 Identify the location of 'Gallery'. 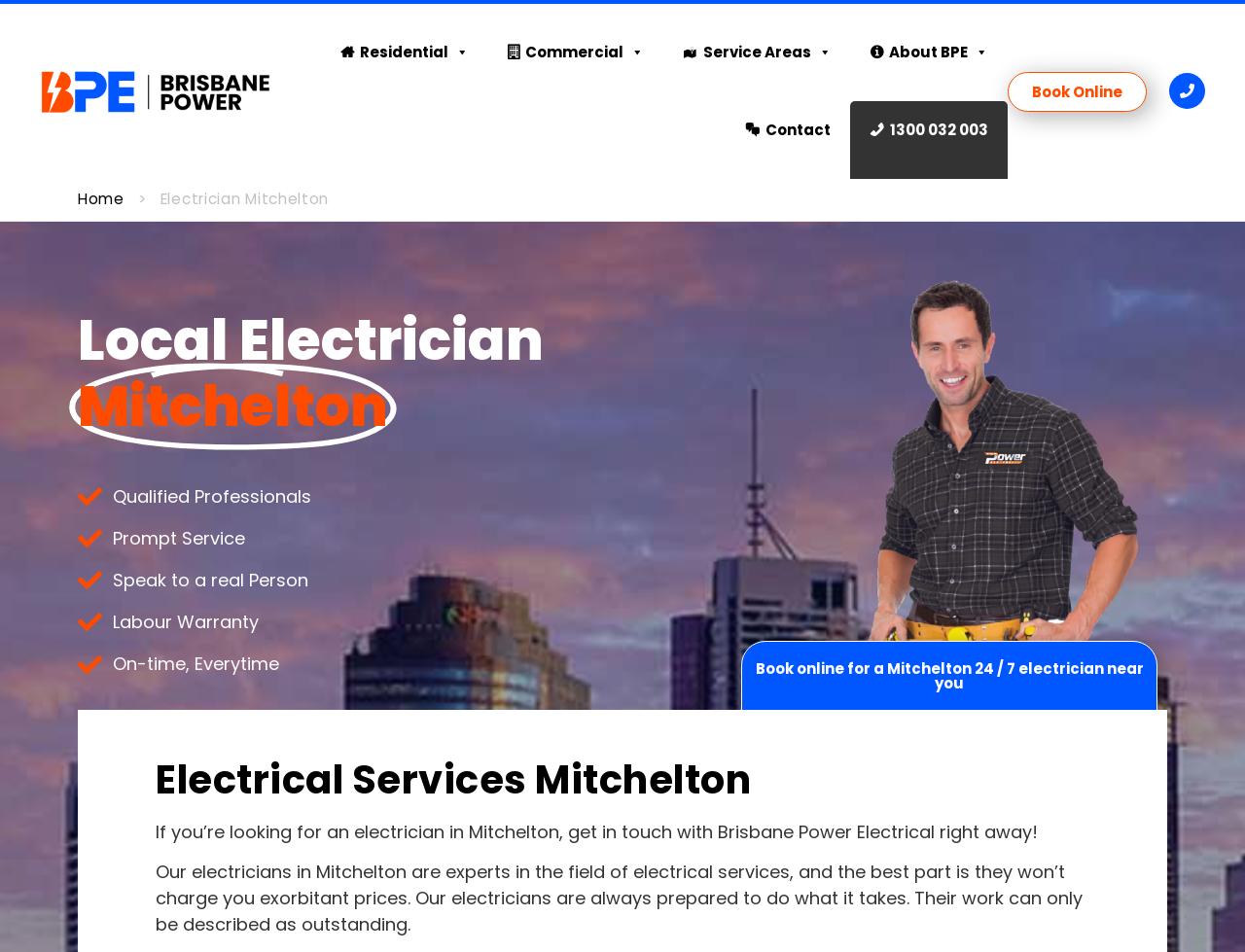
(903, 151).